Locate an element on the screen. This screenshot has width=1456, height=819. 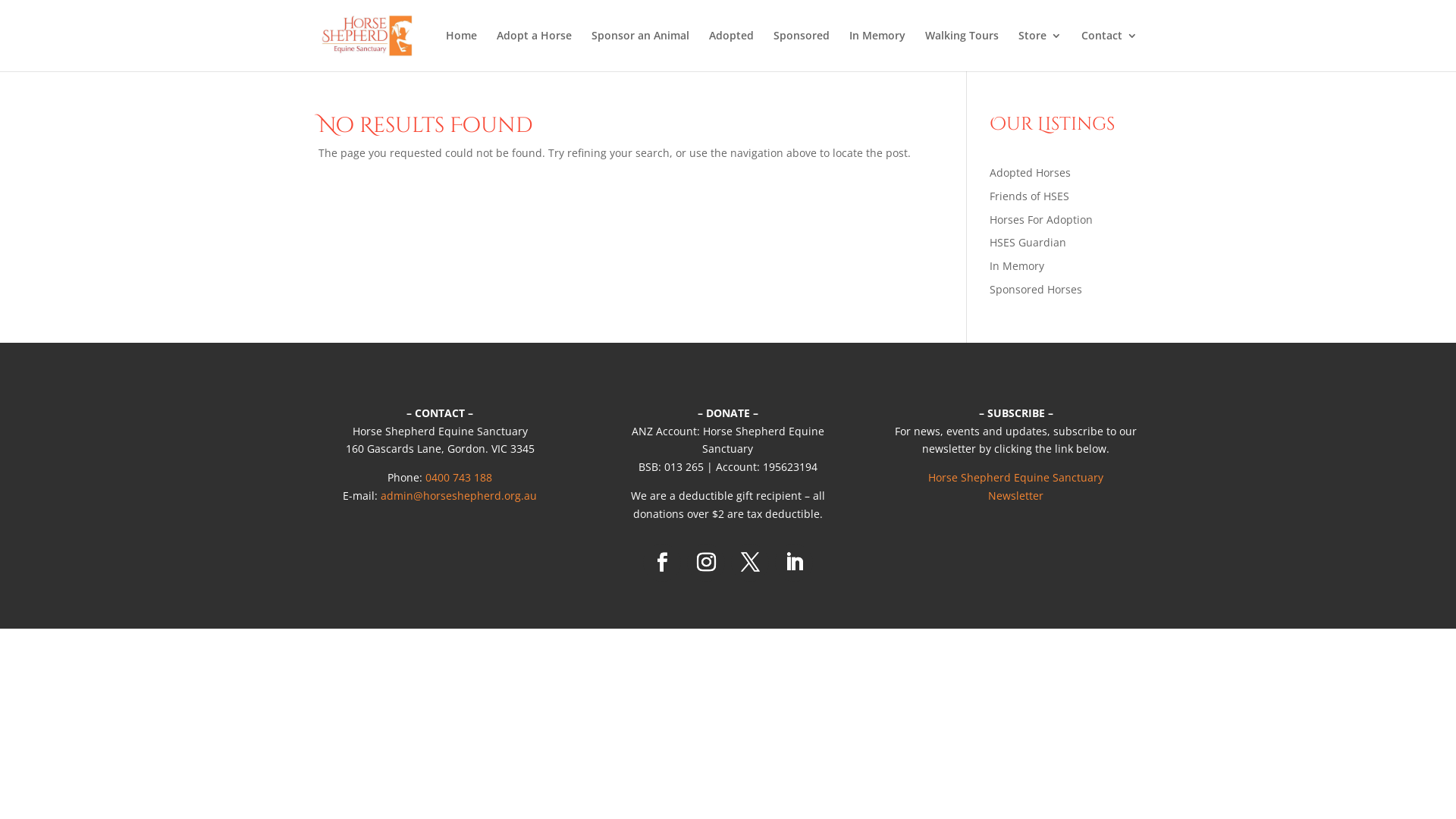
'Follow on X' is located at coordinates (749, 562).